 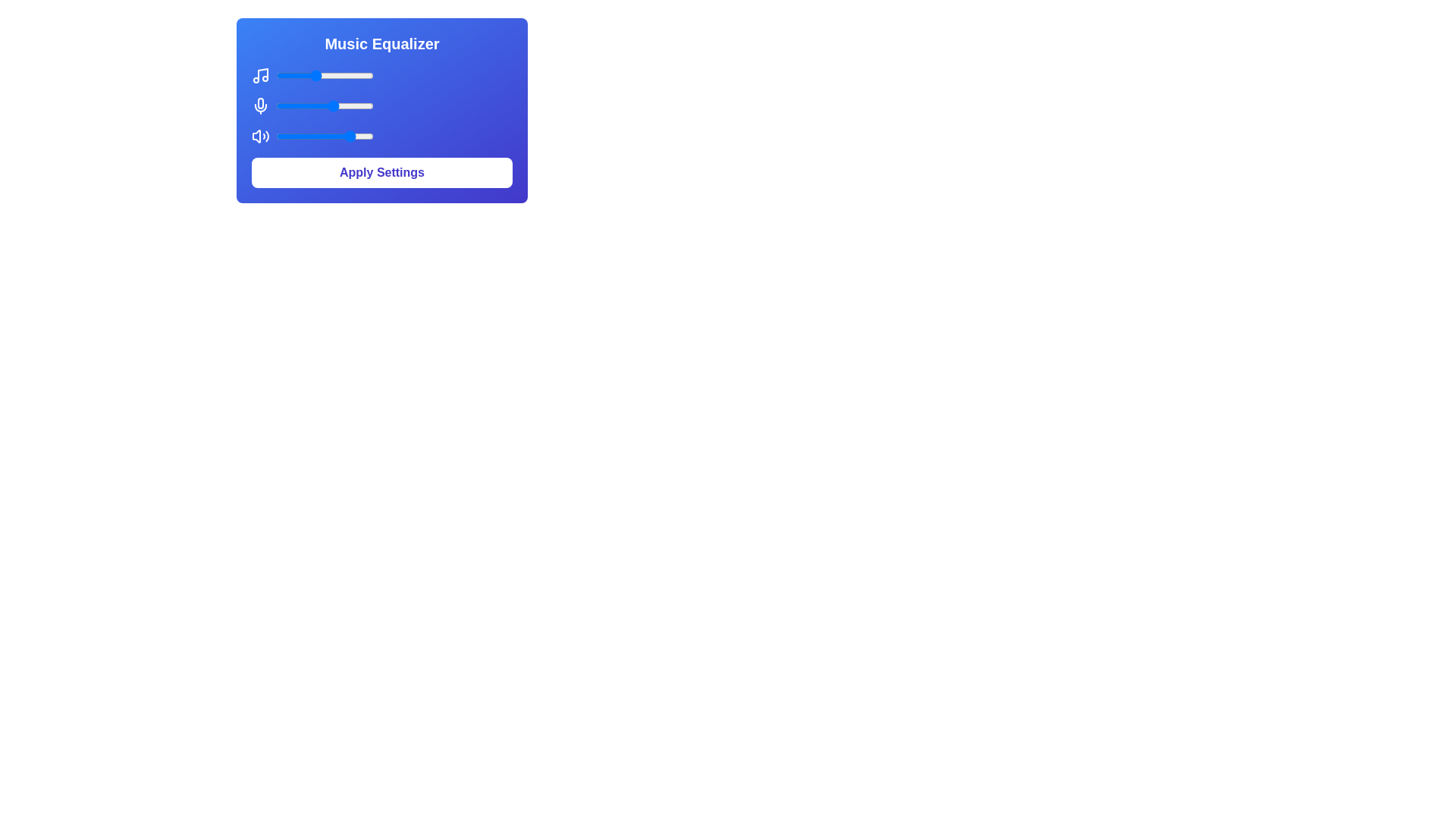 I want to click on the slider value, so click(x=359, y=136).